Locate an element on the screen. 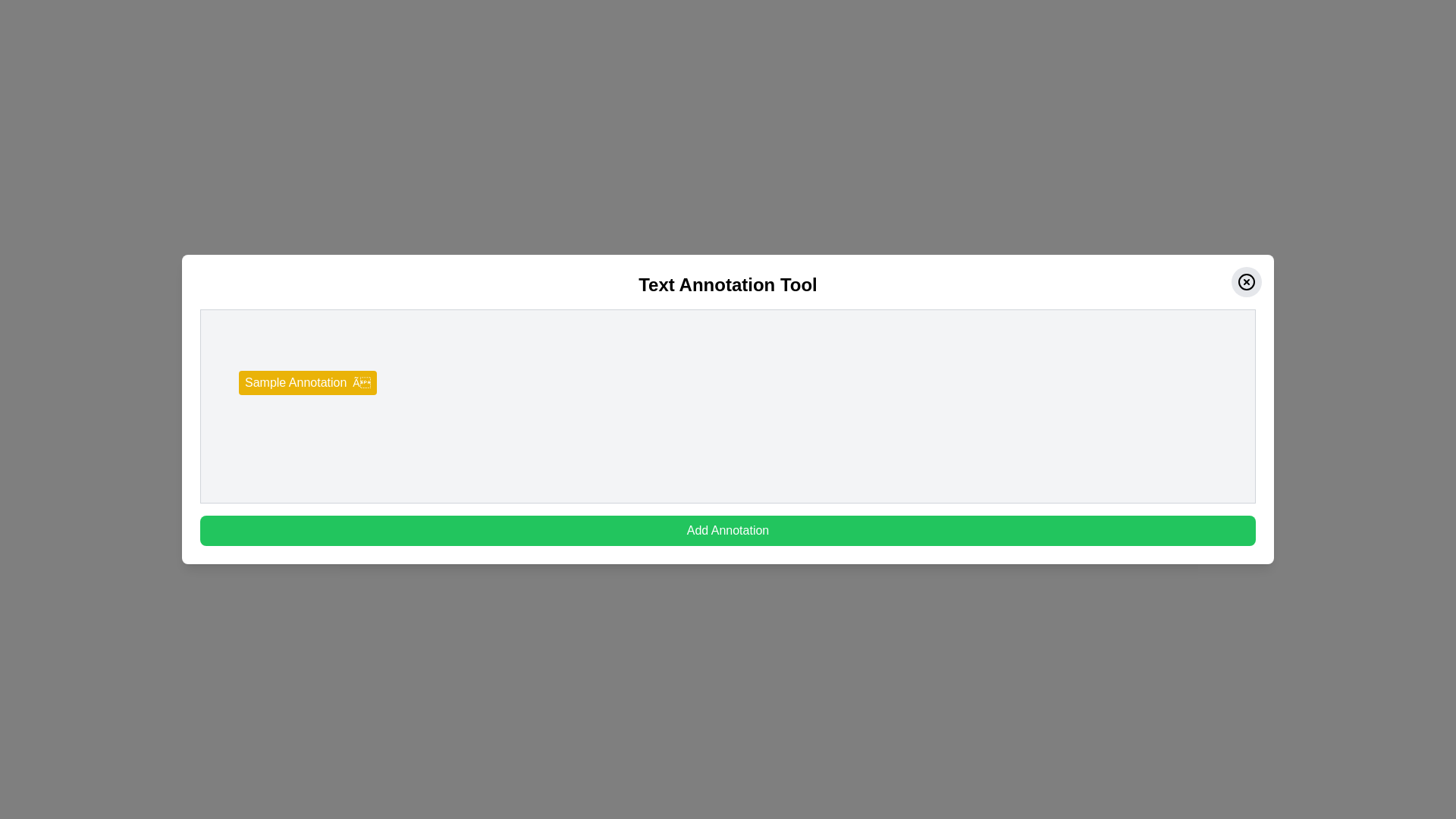 The height and width of the screenshot is (819, 1456). the 'Add Annotation' button to add a new annotation is located at coordinates (728, 529).